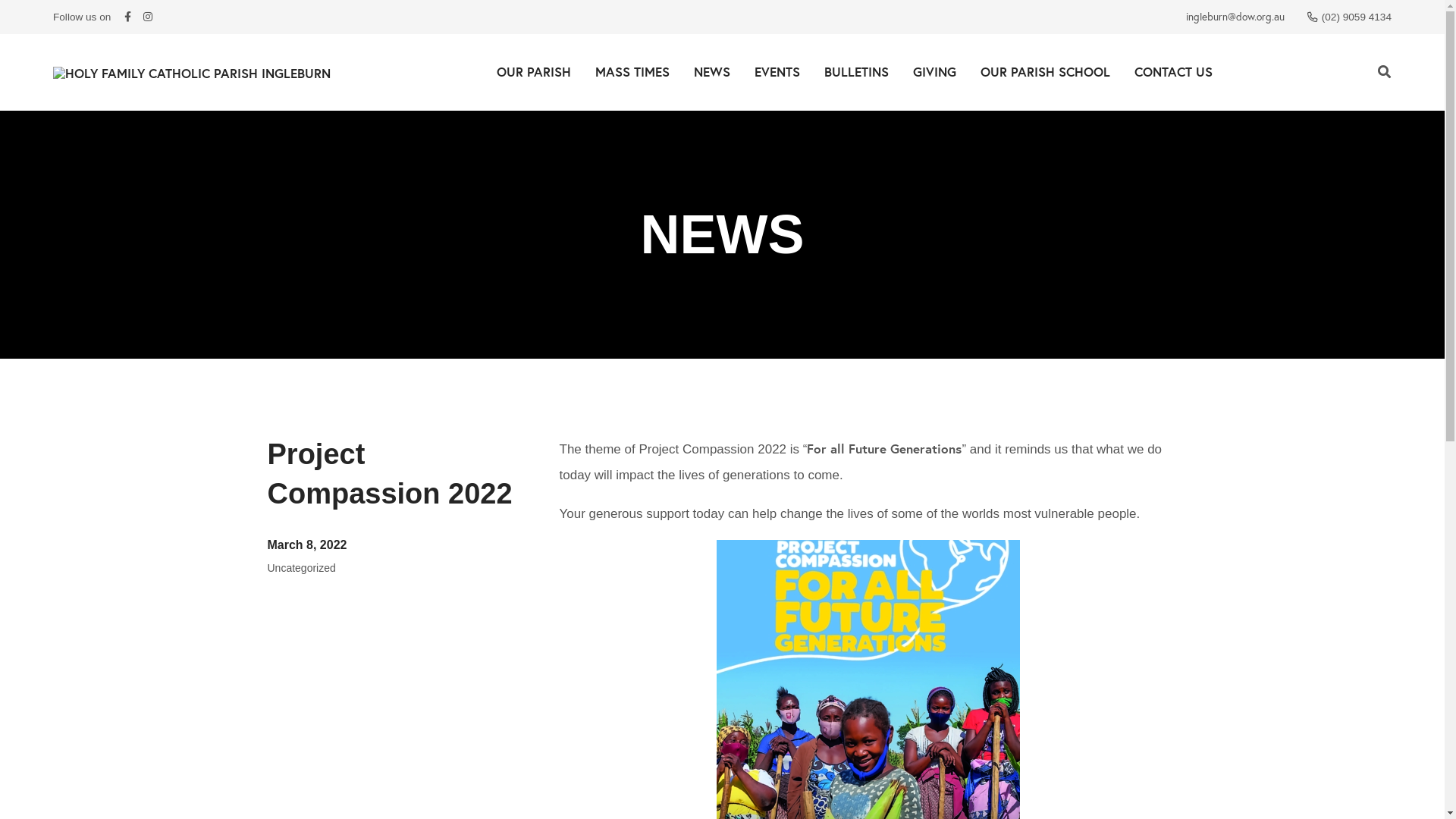 The width and height of the screenshot is (1456, 819). Describe the element at coordinates (632, 71) in the screenshot. I see `'MASS TIMES'` at that location.